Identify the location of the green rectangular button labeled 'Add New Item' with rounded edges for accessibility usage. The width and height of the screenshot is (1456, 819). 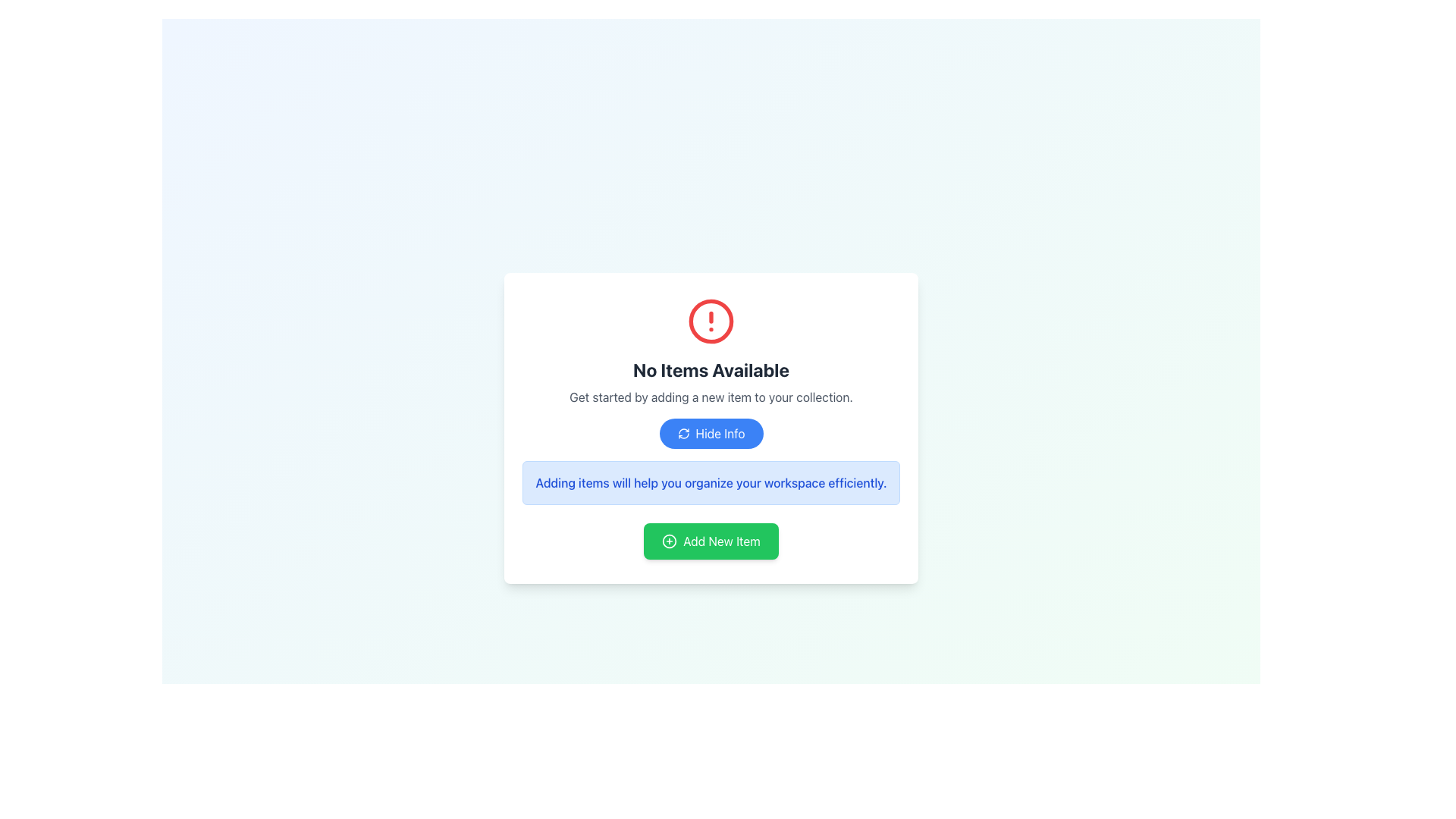
(710, 540).